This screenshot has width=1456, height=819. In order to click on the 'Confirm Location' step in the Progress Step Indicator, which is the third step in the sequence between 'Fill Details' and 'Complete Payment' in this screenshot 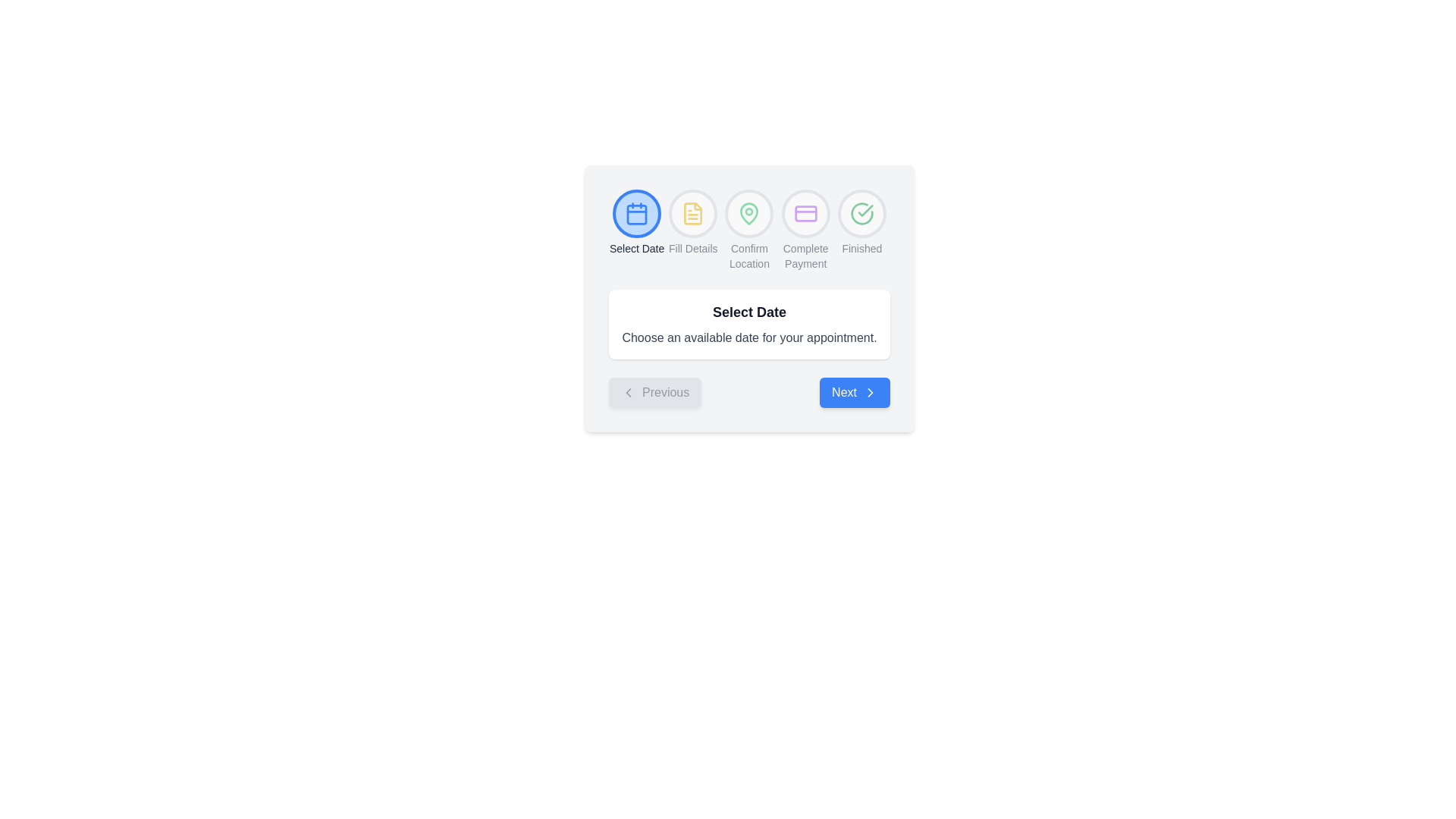, I will do `click(749, 231)`.